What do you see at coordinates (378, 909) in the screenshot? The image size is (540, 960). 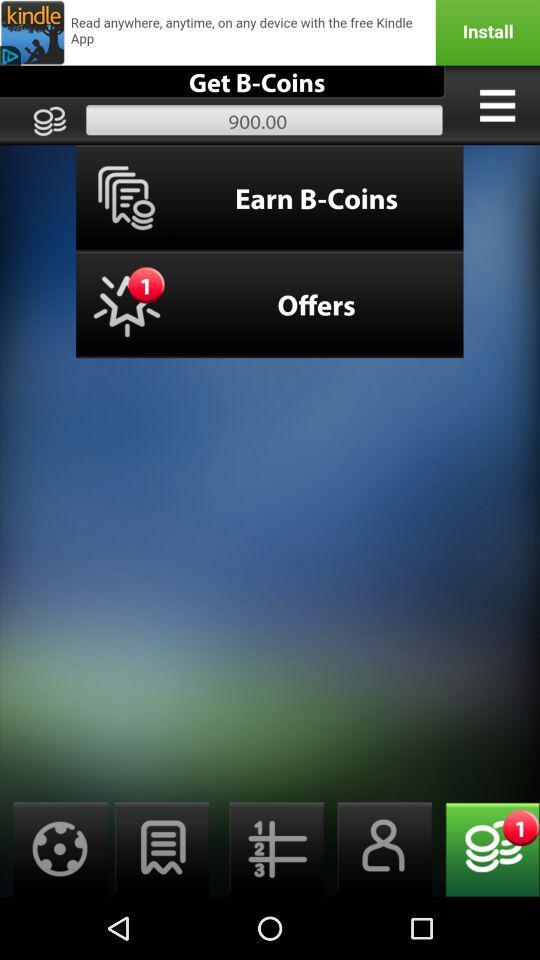 I see `the avatar icon` at bounding box center [378, 909].